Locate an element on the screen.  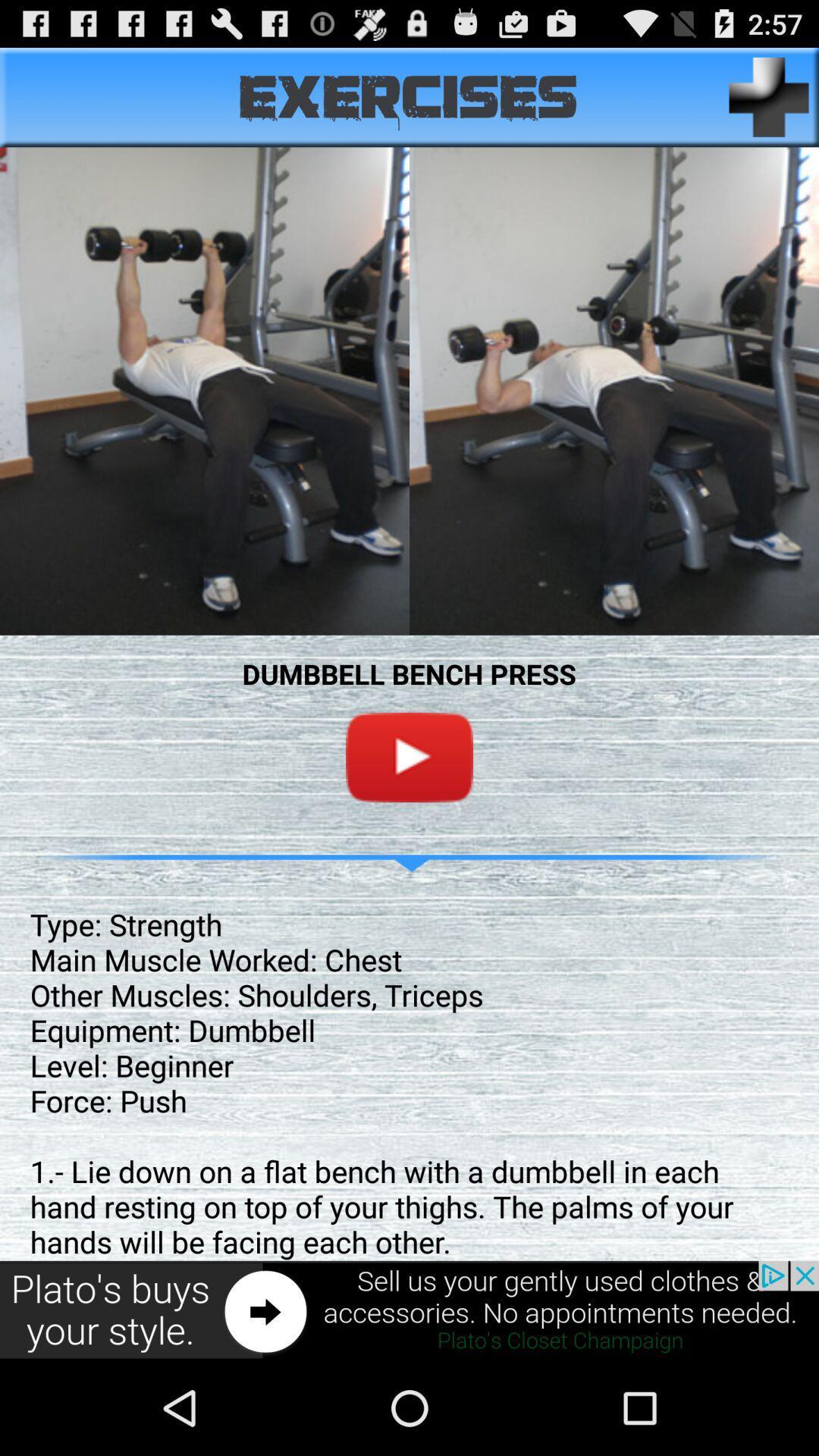
on youtube is located at coordinates (409, 757).